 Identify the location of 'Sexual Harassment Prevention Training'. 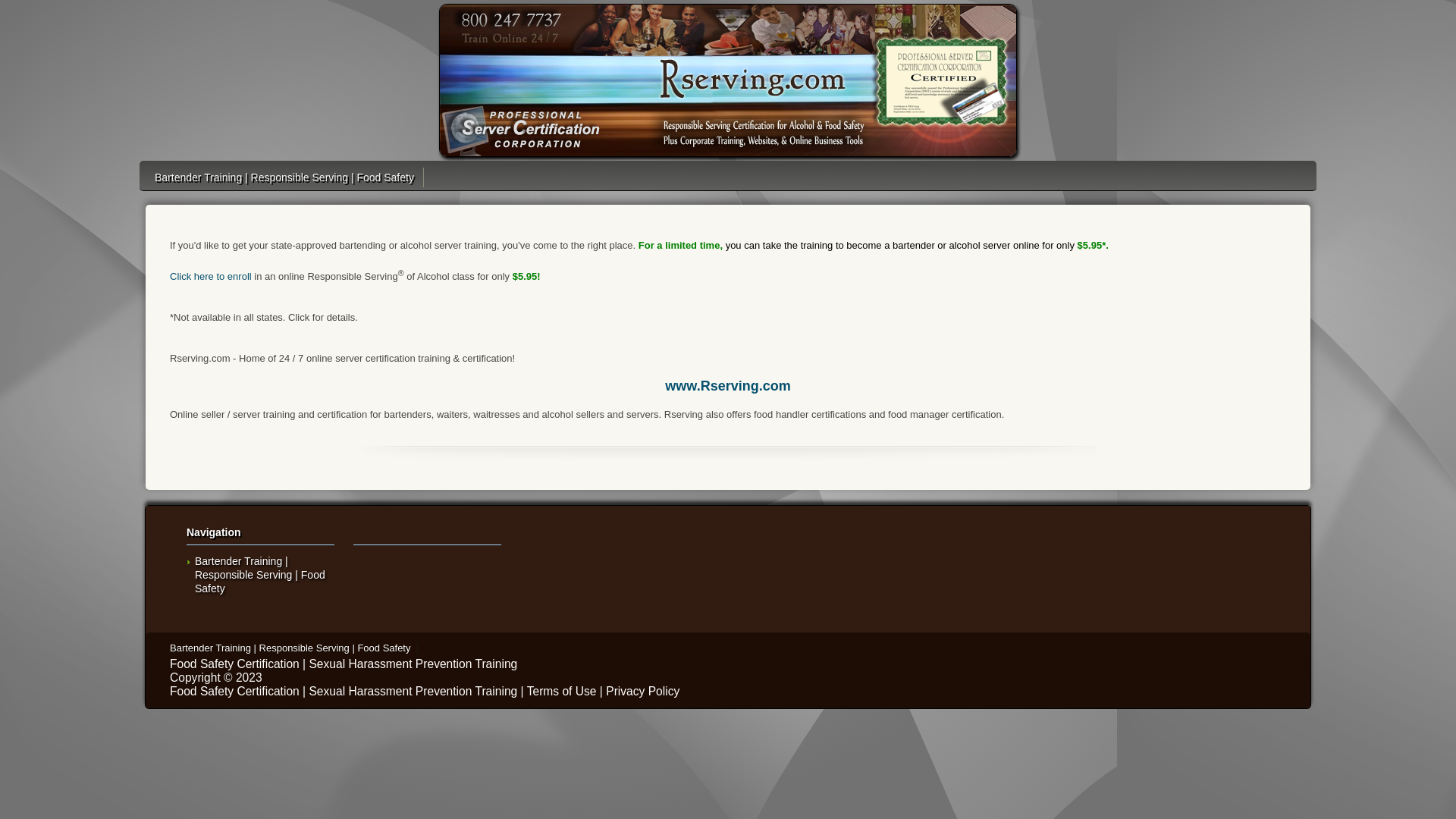
(413, 663).